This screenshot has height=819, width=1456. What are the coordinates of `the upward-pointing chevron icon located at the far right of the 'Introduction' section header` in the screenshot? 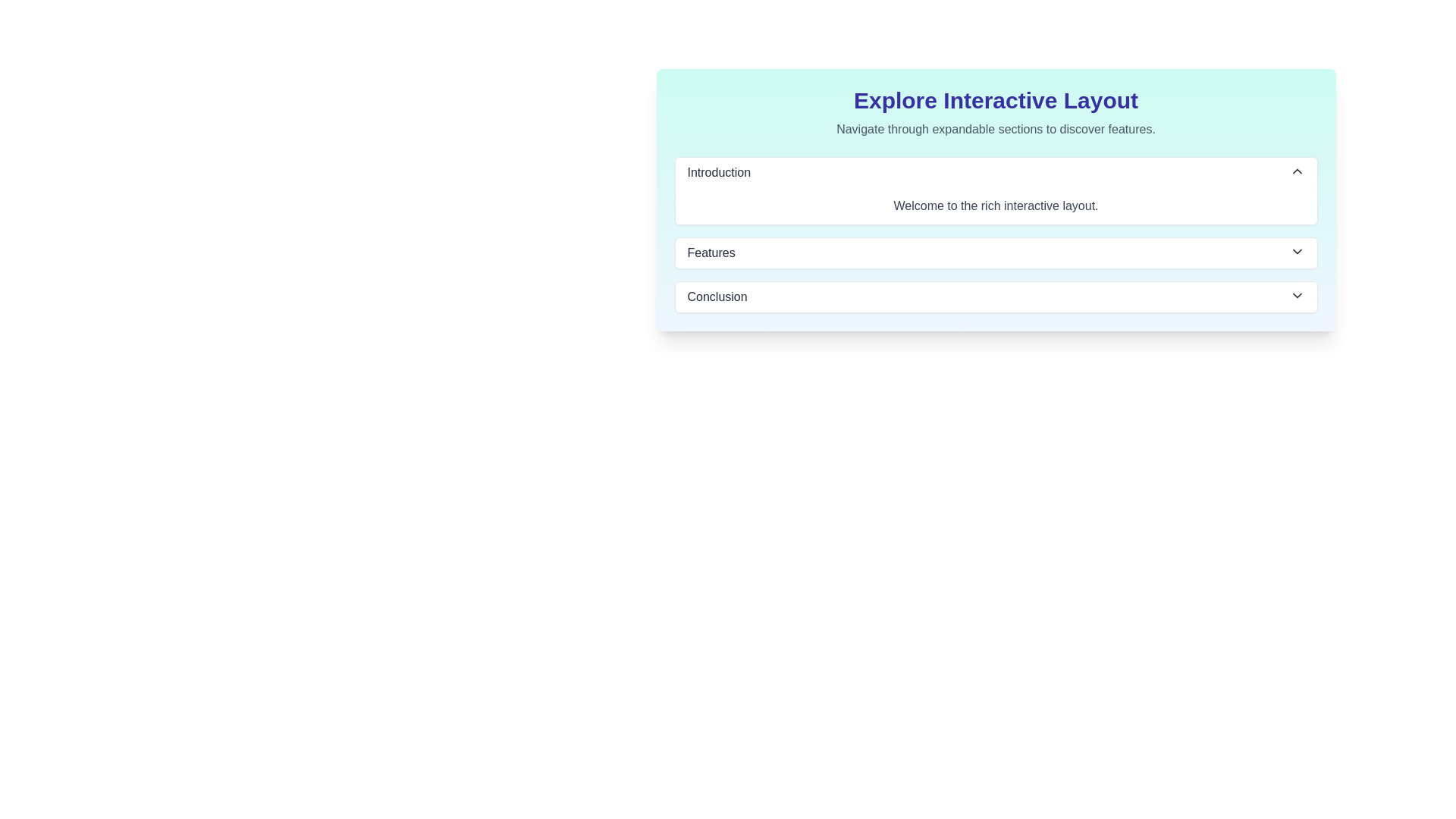 It's located at (1296, 171).